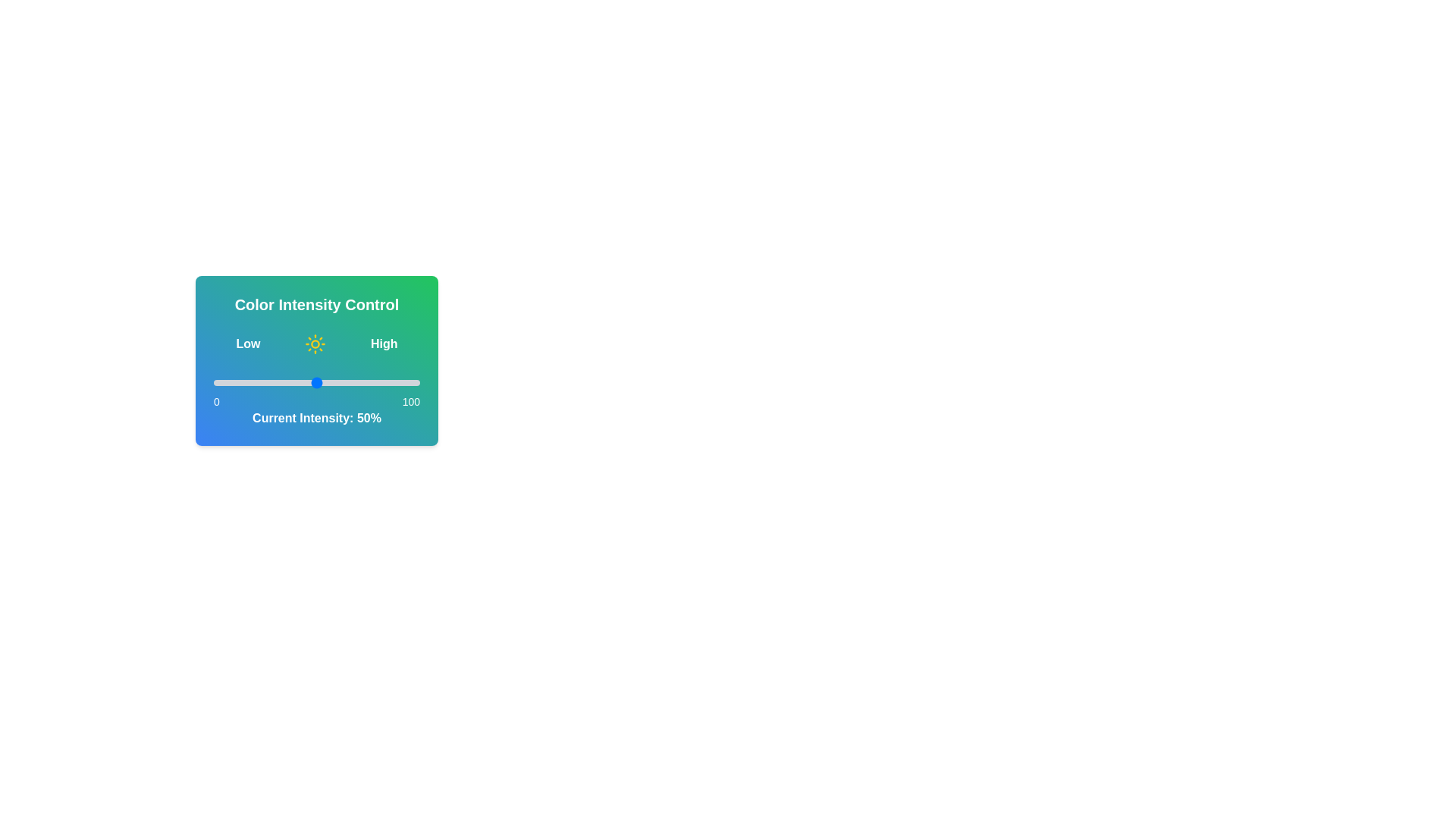 Image resolution: width=1456 pixels, height=819 pixels. Describe the element at coordinates (334, 382) in the screenshot. I see `the slider value` at that location.